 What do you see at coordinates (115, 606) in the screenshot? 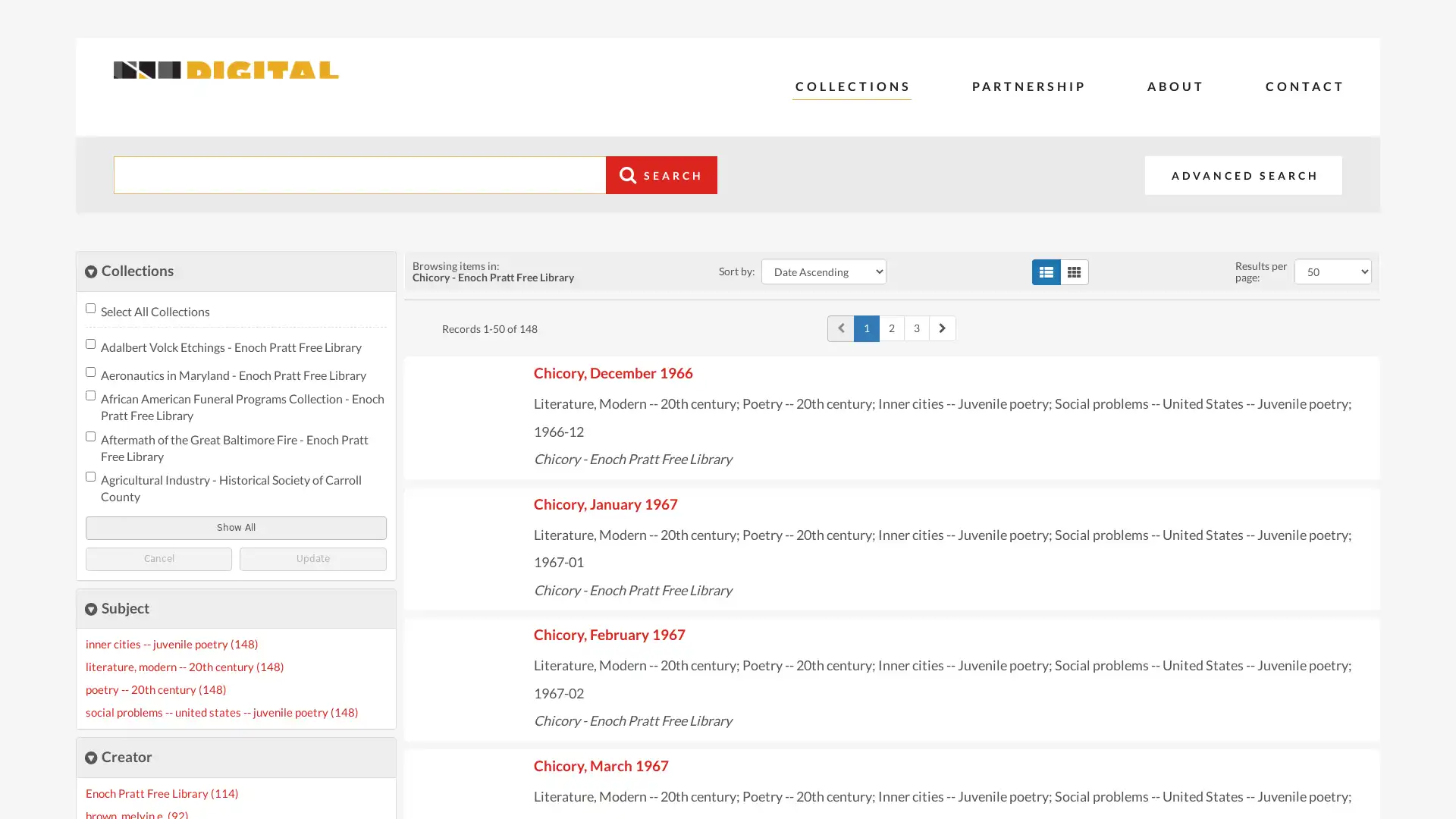
I see `close Subject Facet details` at bounding box center [115, 606].